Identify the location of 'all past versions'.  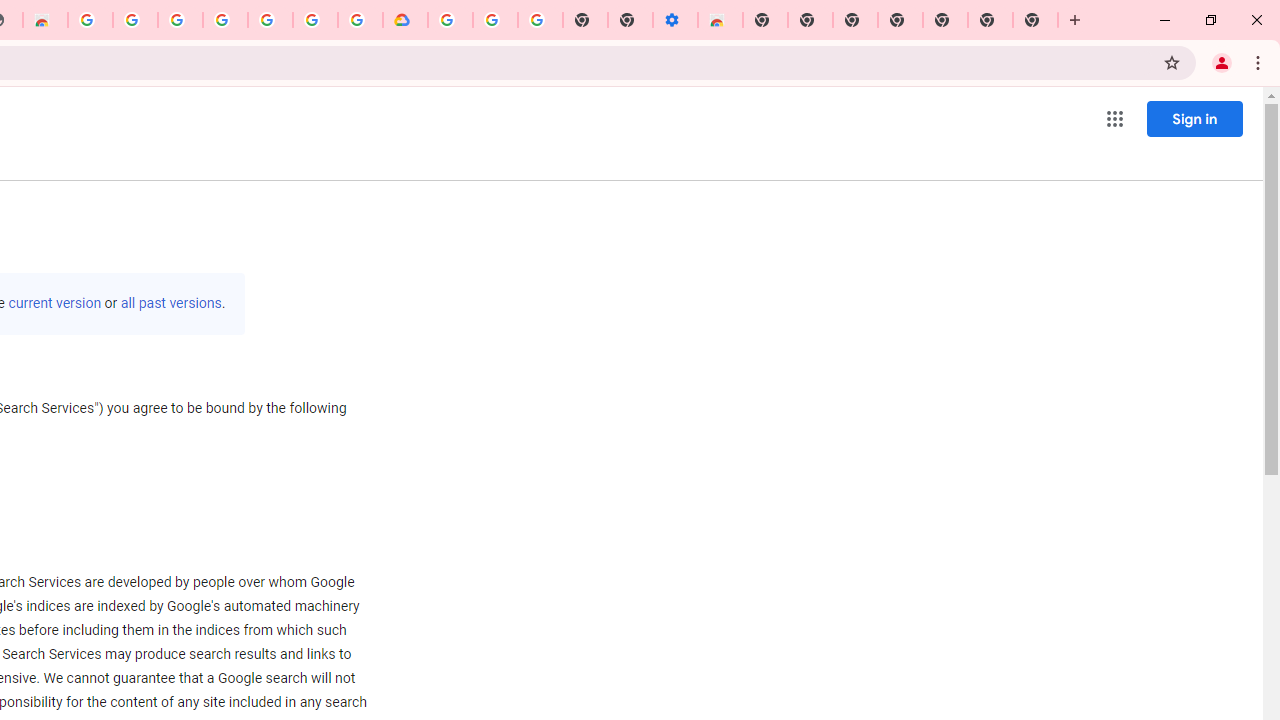
(170, 303).